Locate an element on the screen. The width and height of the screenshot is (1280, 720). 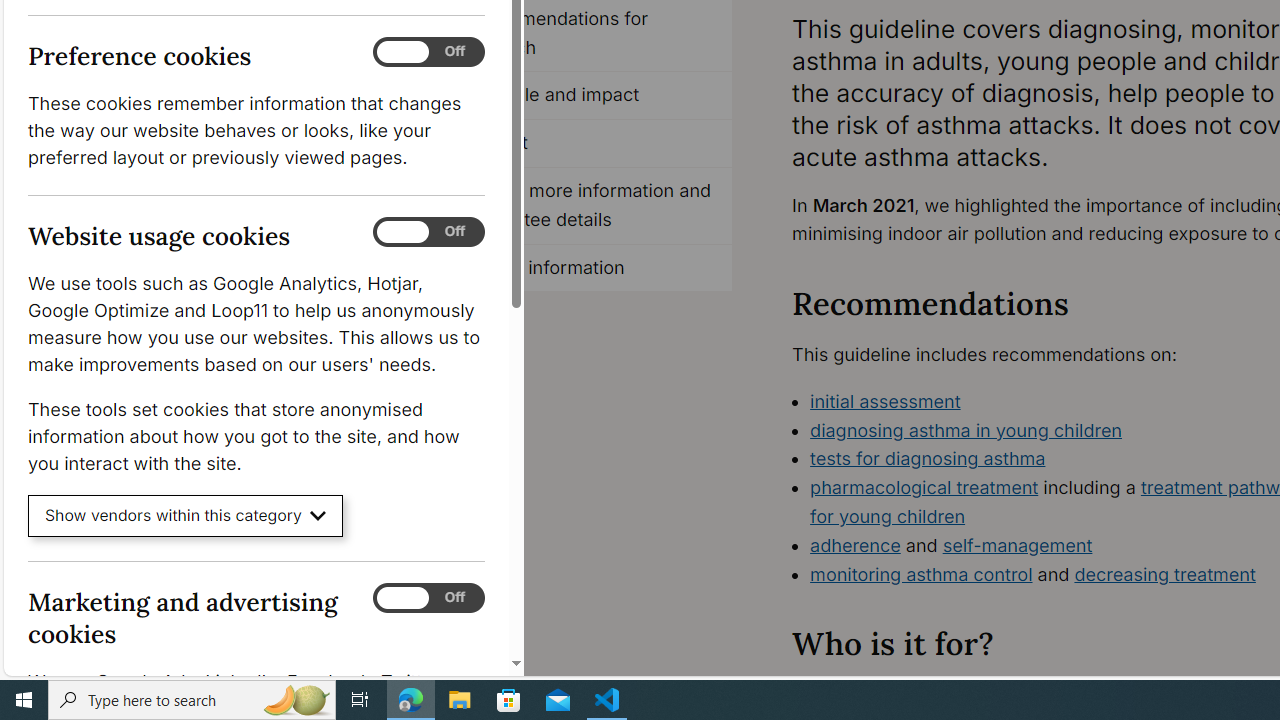
'pharmacological treatment' is located at coordinates (923, 487).